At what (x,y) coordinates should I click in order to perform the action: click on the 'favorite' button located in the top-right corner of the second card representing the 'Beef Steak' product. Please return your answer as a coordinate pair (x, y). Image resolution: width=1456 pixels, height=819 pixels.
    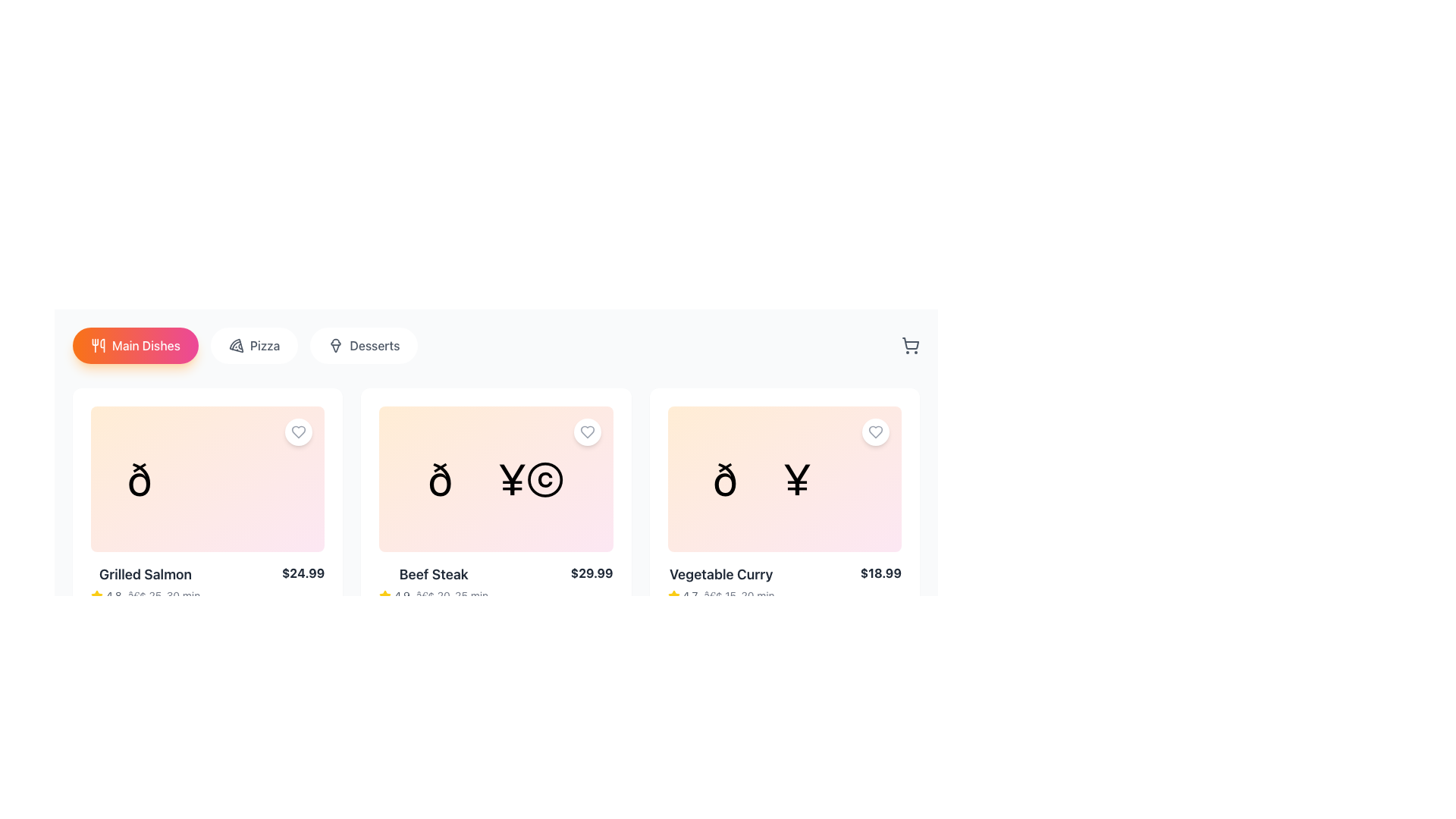
    Looking at the image, I should click on (586, 432).